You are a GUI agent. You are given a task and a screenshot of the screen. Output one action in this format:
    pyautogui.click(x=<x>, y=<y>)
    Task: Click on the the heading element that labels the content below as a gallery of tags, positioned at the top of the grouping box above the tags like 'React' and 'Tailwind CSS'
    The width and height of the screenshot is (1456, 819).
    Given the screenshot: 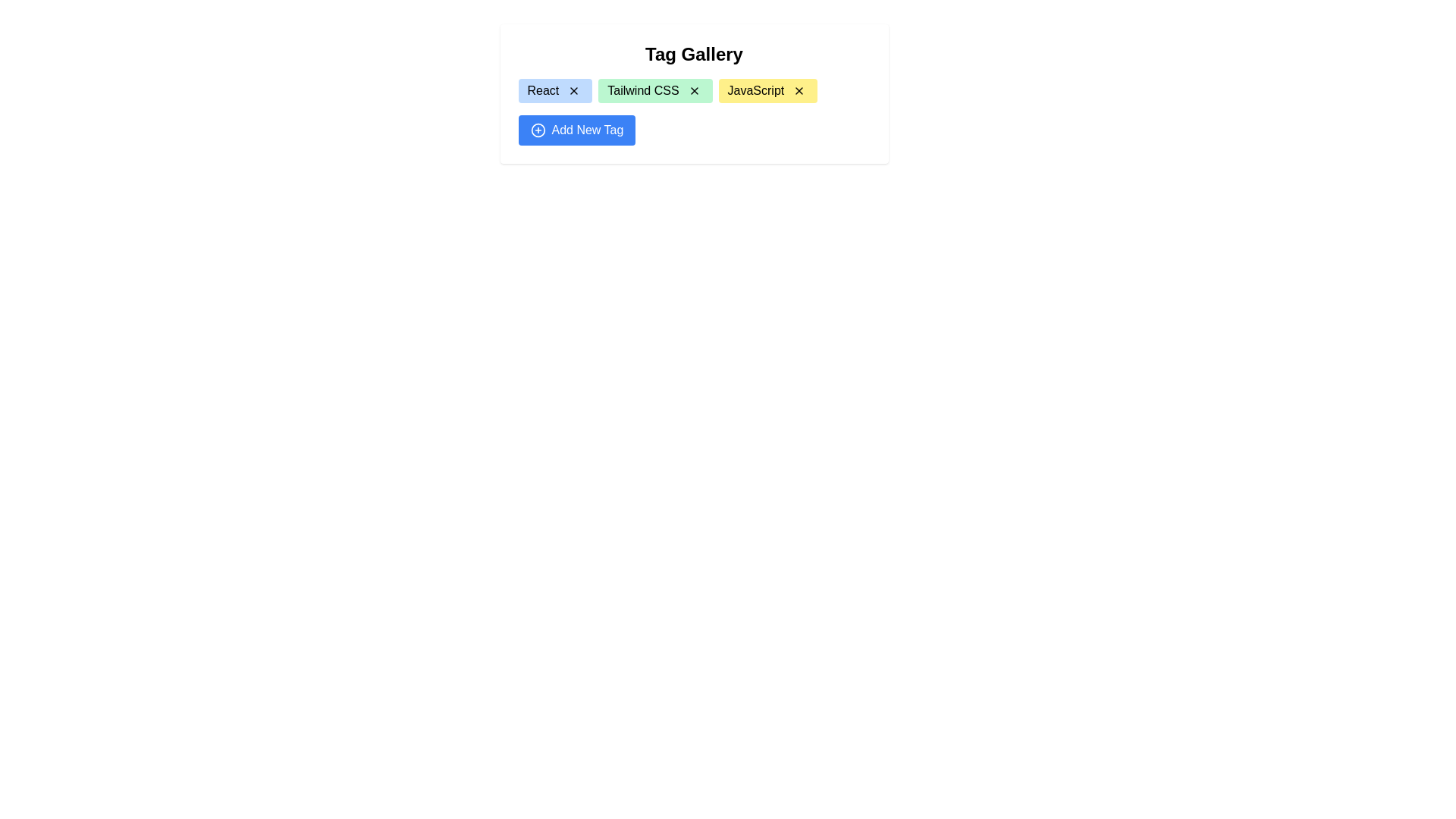 What is the action you would take?
    pyautogui.click(x=693, y=54)
    